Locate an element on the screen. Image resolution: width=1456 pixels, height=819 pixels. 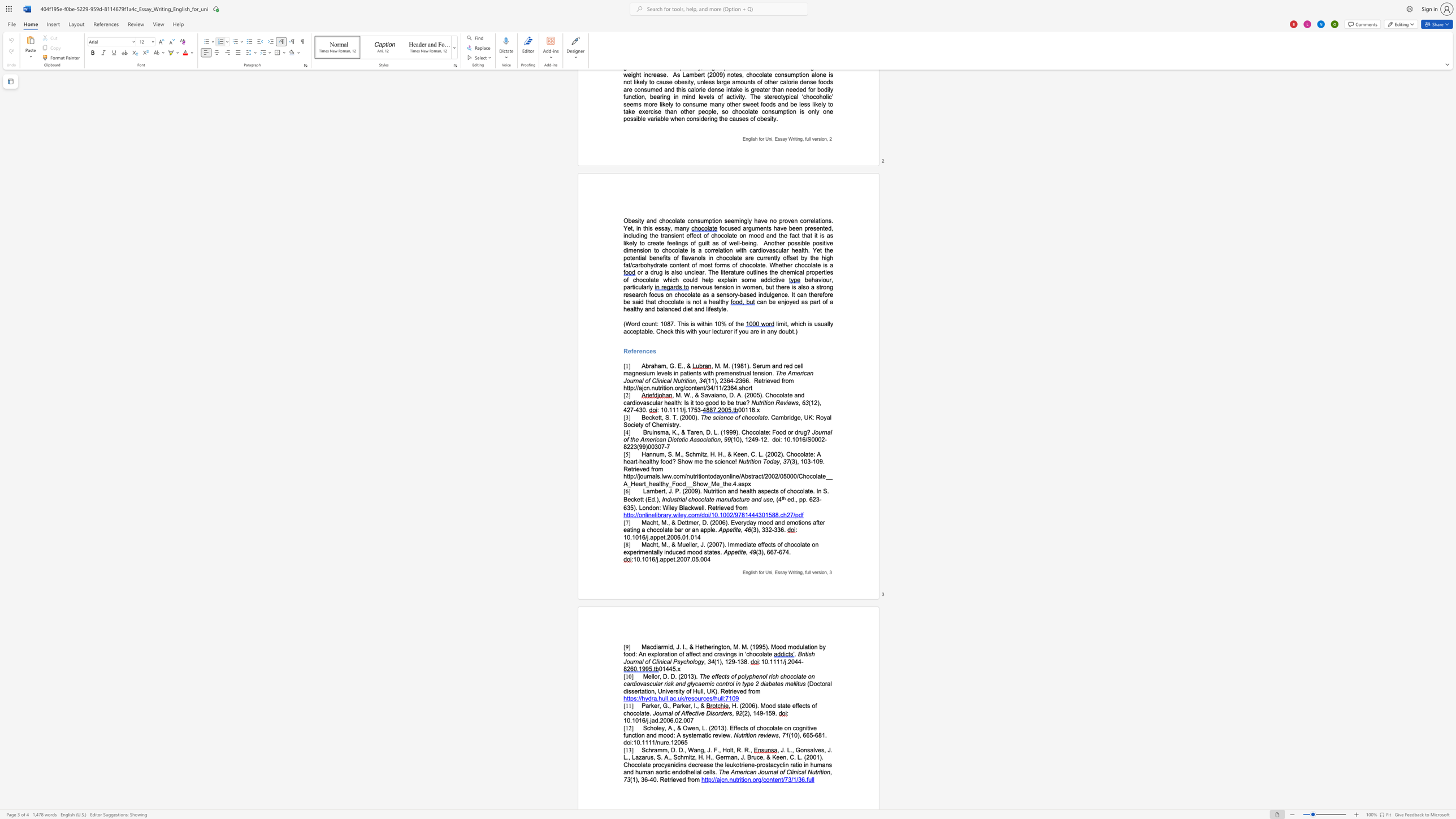
the 3th character "m" in the text is located at coordinates (696, 461).